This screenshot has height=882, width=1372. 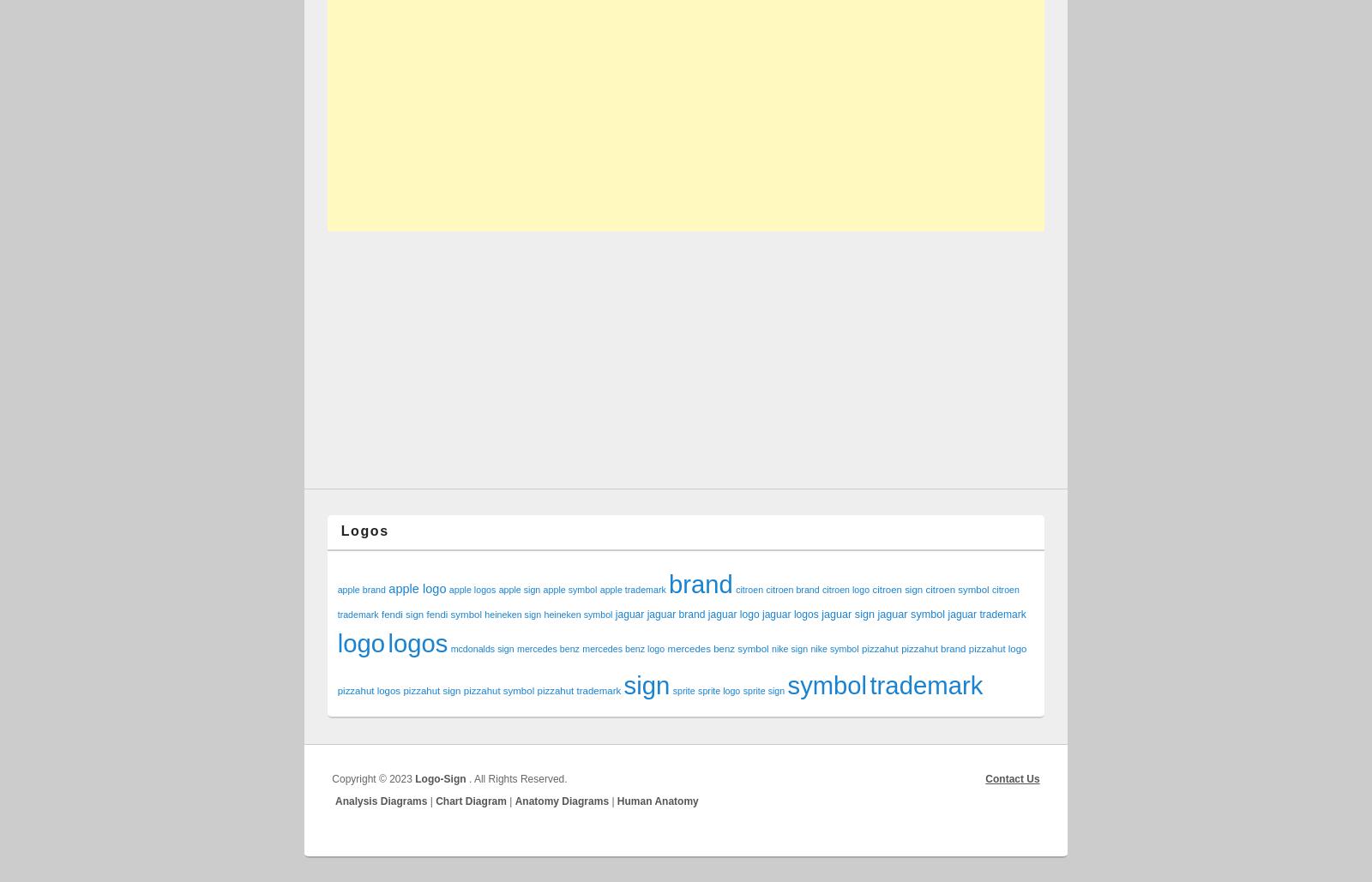 What do you see at coordinates (497, 689) in the screenshot?
I see `'pizzahut symbol'` at bounding box center [497, 689].